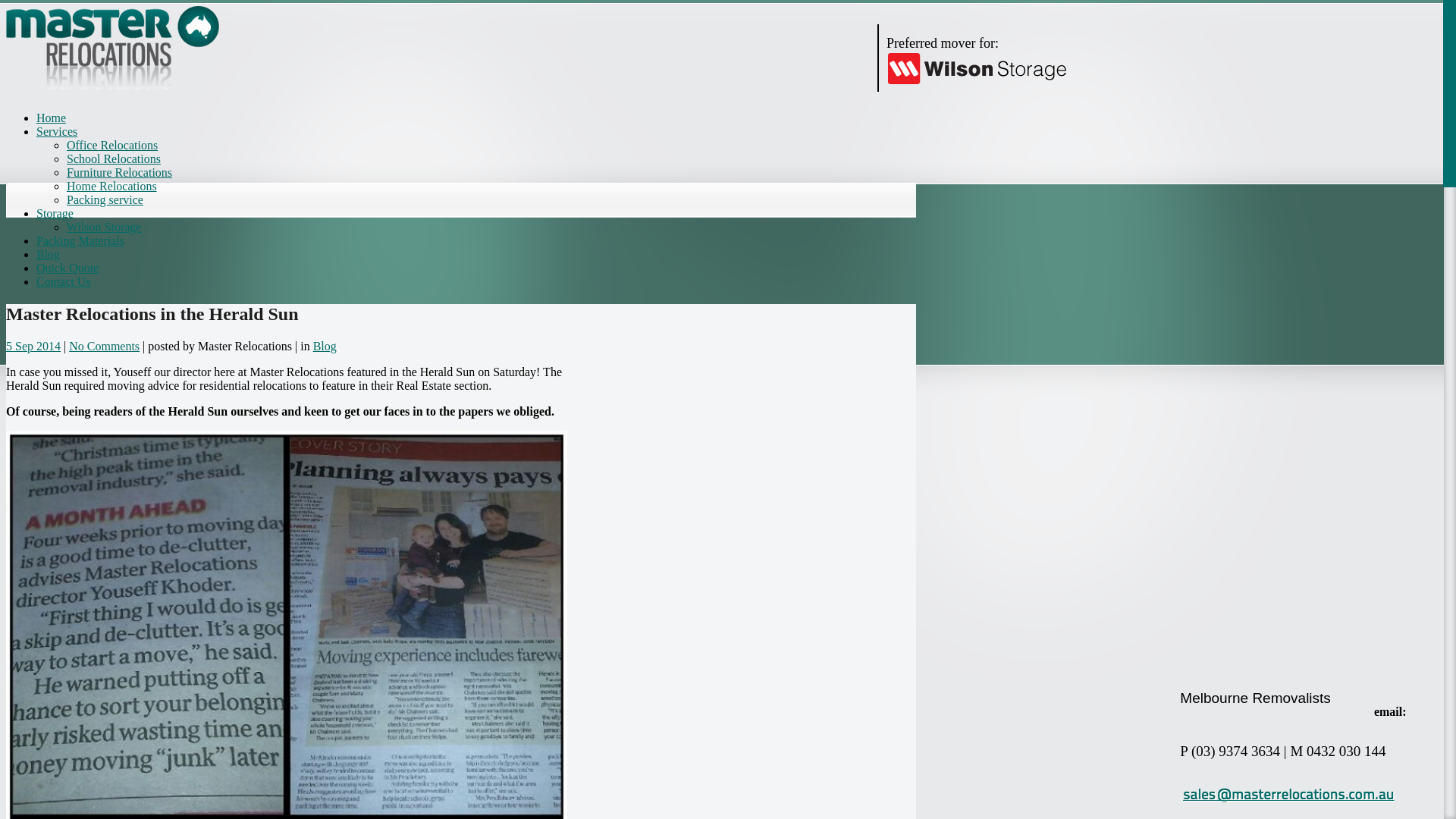 Image resolution: width=1456 pixels, height=819 pixels. I want to click on 'Packing Materials', so click(79, 240).